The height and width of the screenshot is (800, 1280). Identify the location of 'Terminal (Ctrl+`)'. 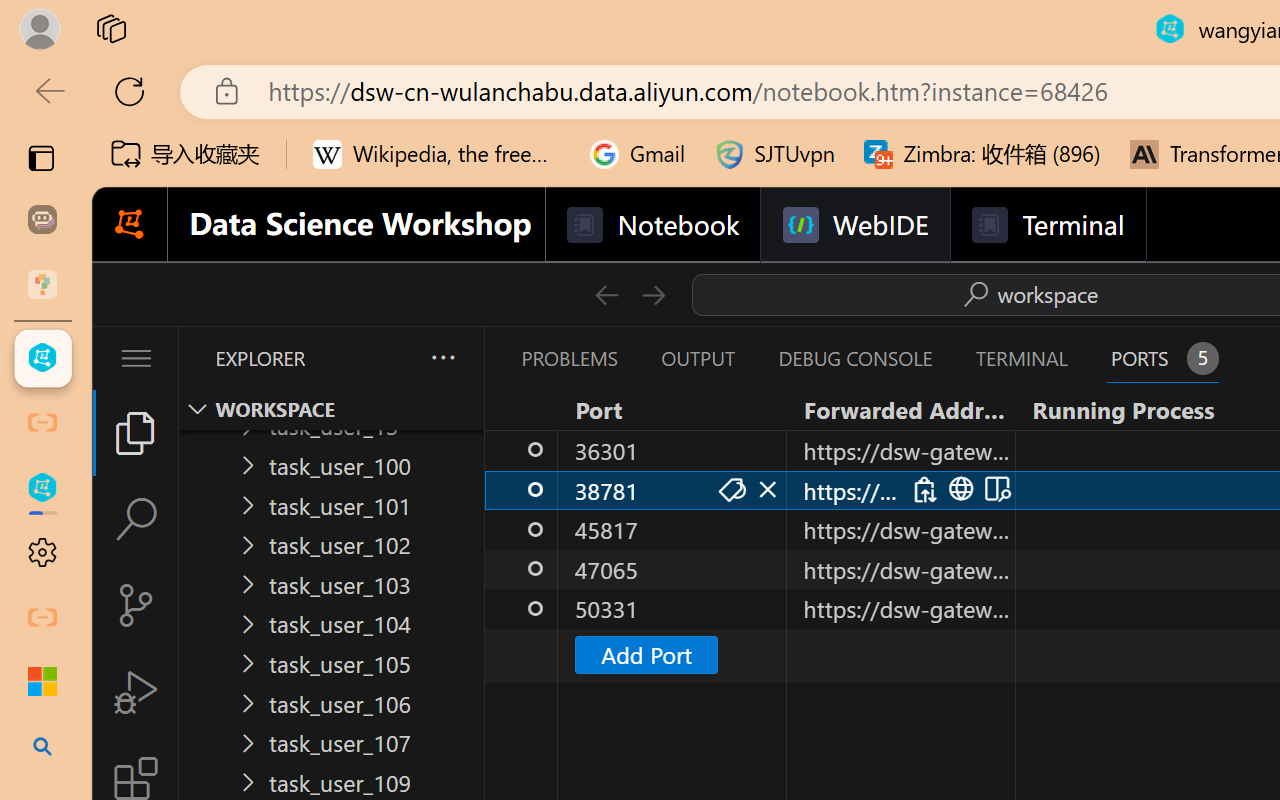
(1021, 358).